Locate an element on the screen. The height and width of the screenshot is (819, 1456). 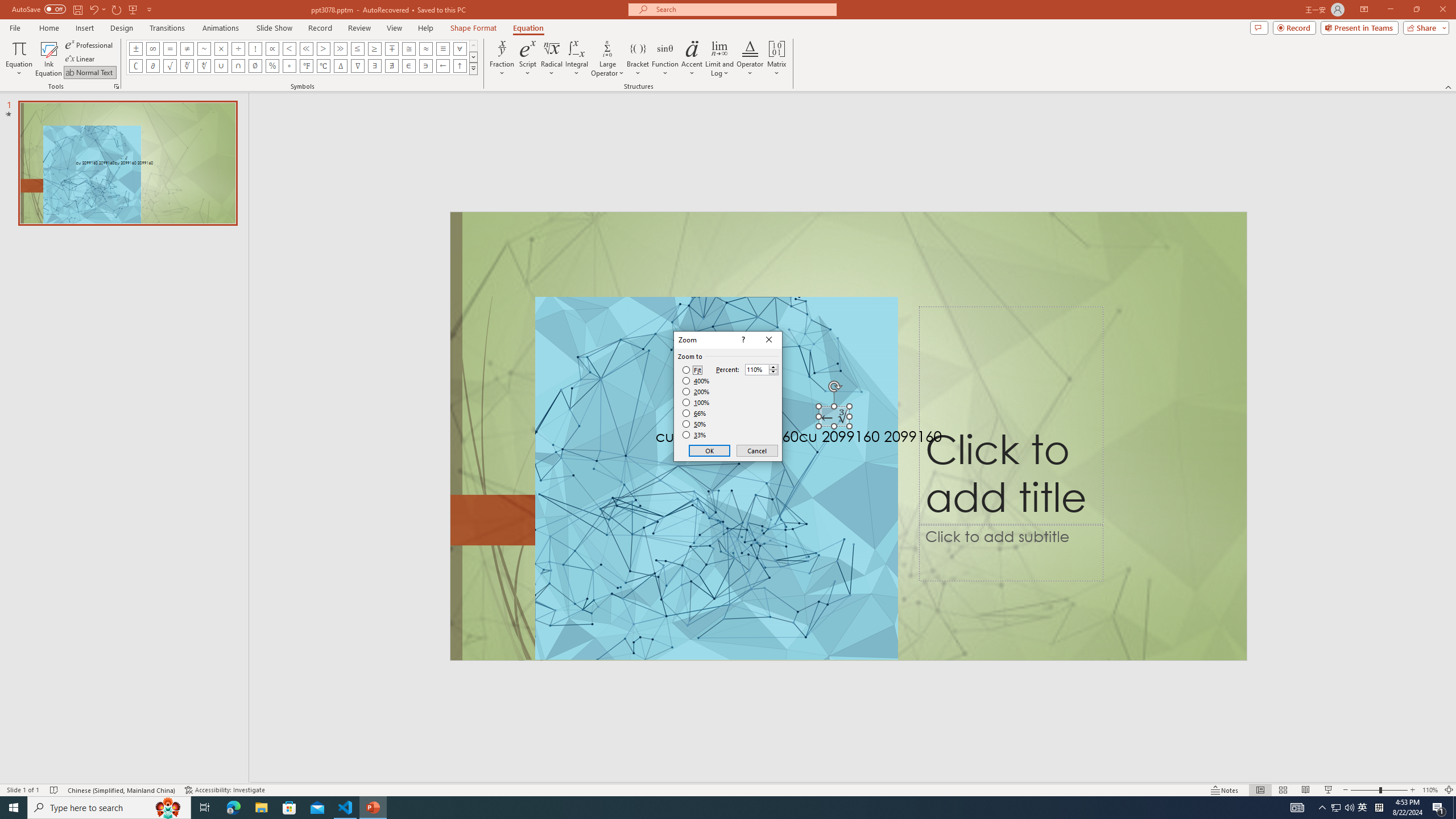
'Operator' is located at coordinates (749, 59).